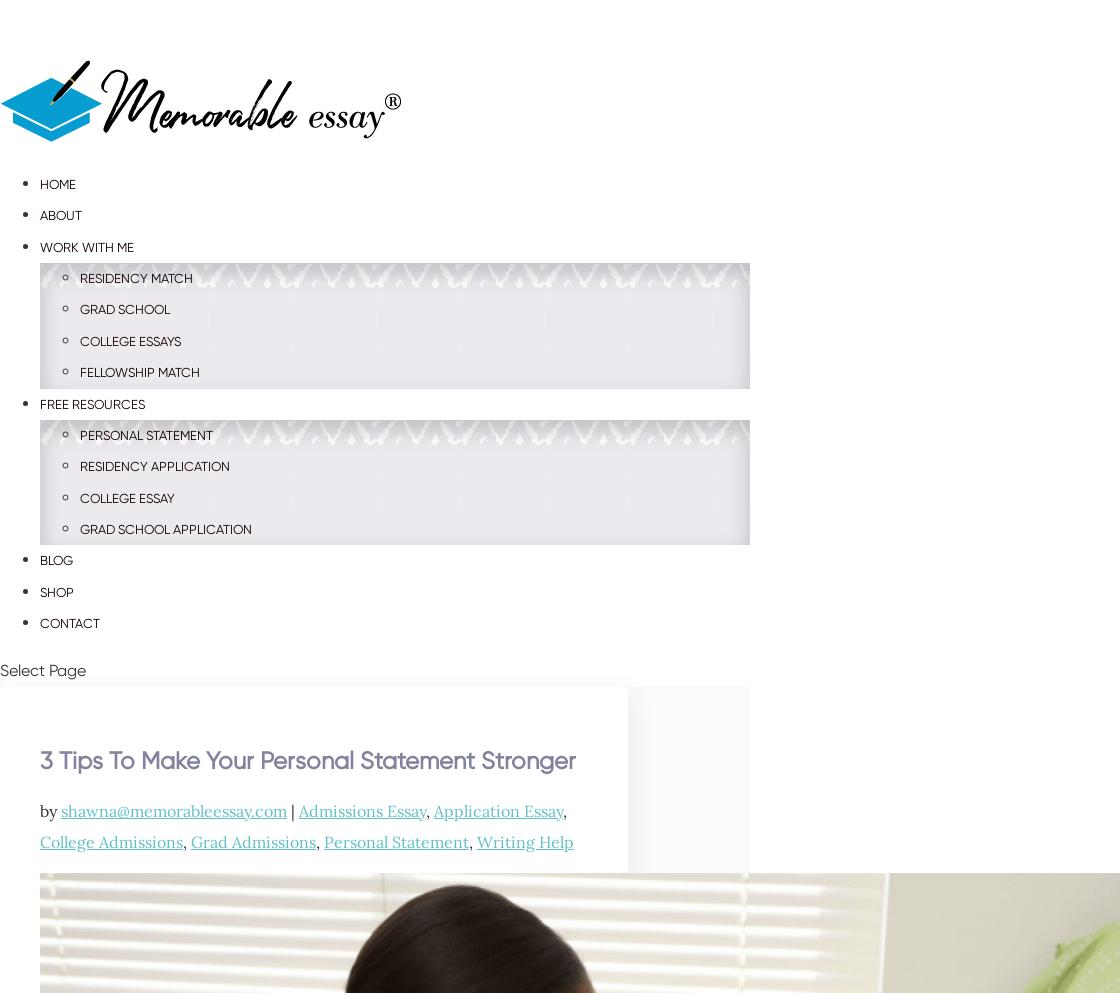 The width and height of the screenshot is (1120, 993). Describe the element at coordinates (79, 496) in the screenshot. I see `'College Essay'` at that location.